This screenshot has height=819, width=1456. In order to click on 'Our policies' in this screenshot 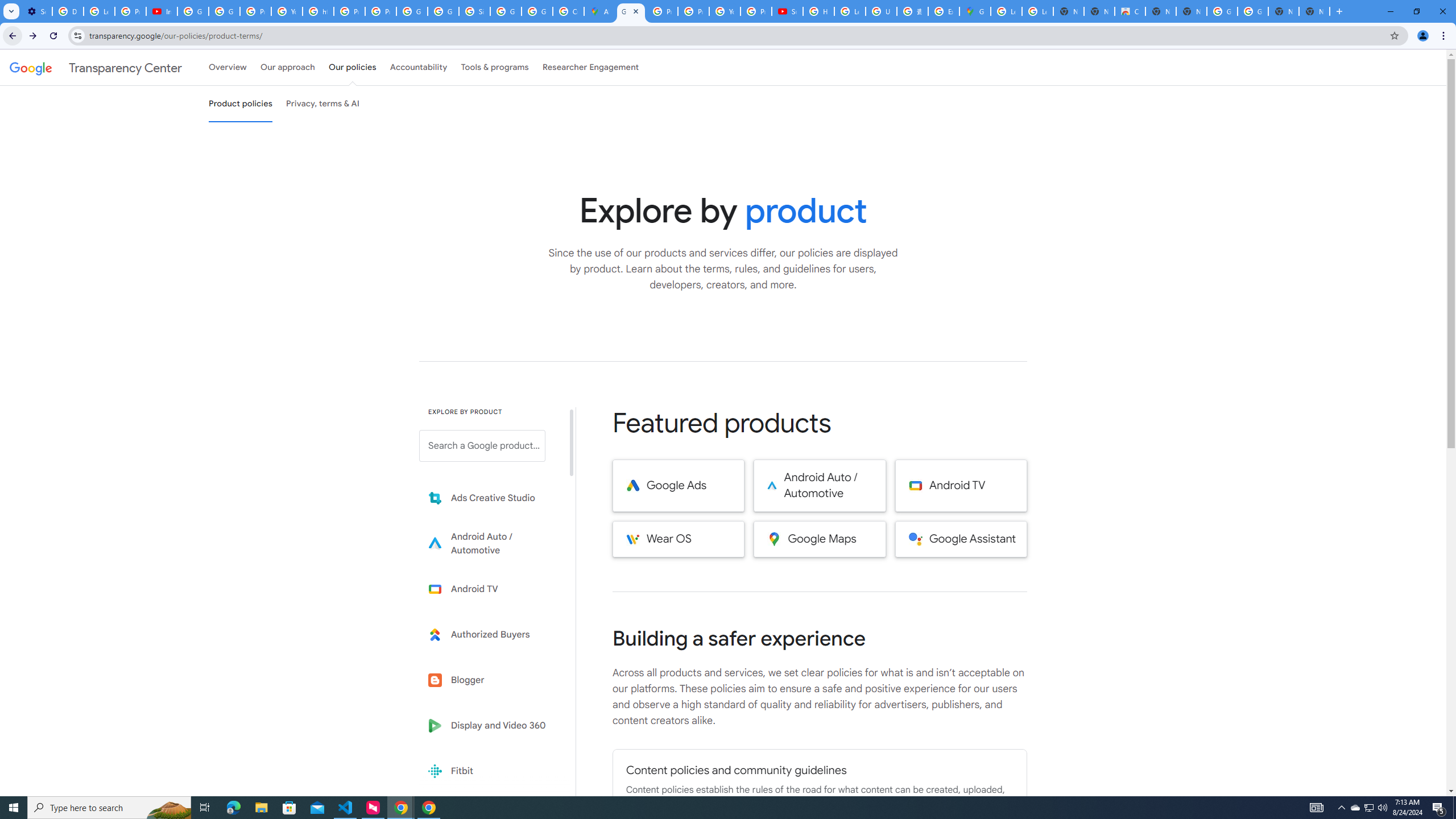, I will do `click(352, 67)`.